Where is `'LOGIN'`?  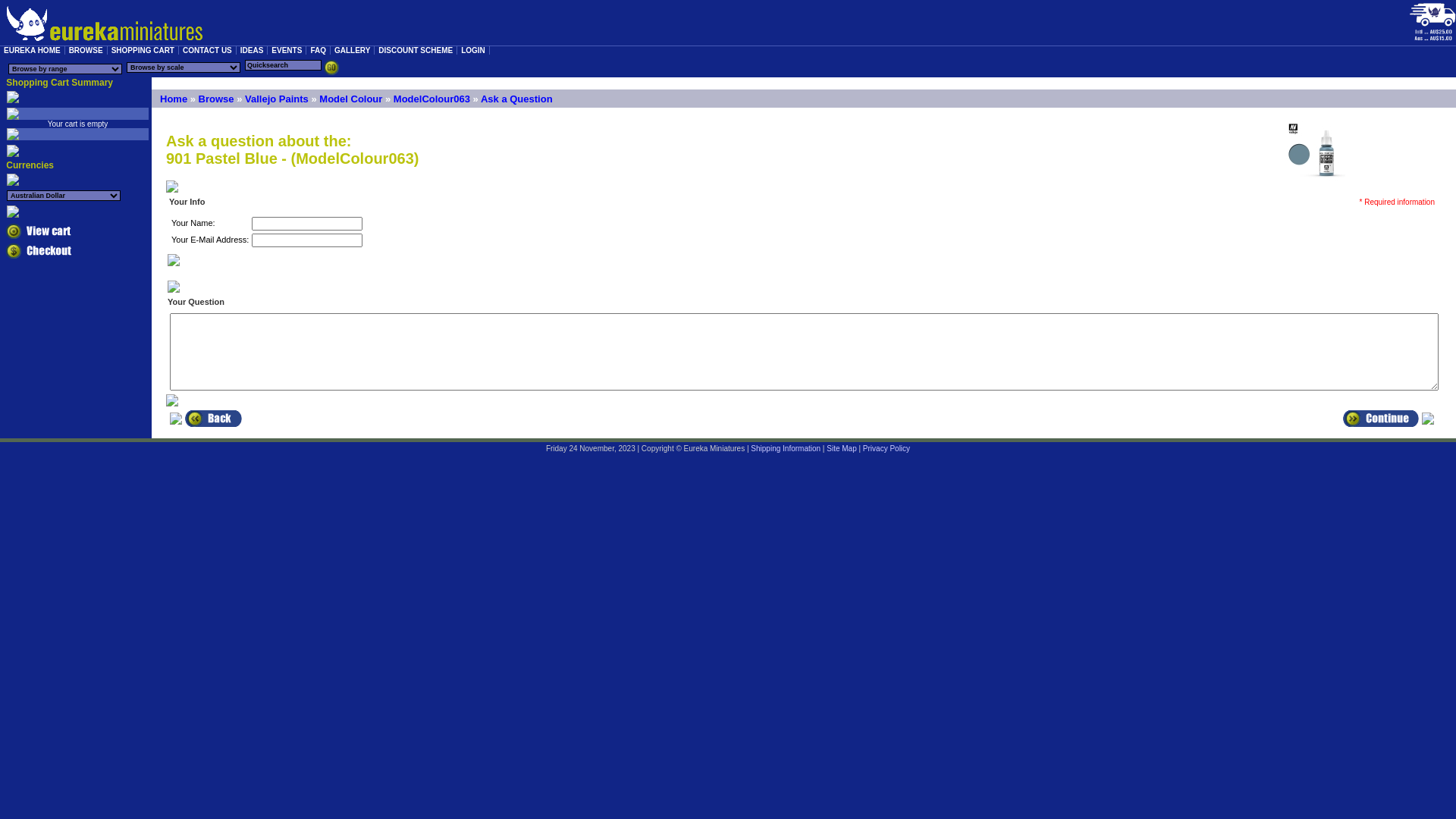 'LOGIN' is located at coordinates (472, 49).